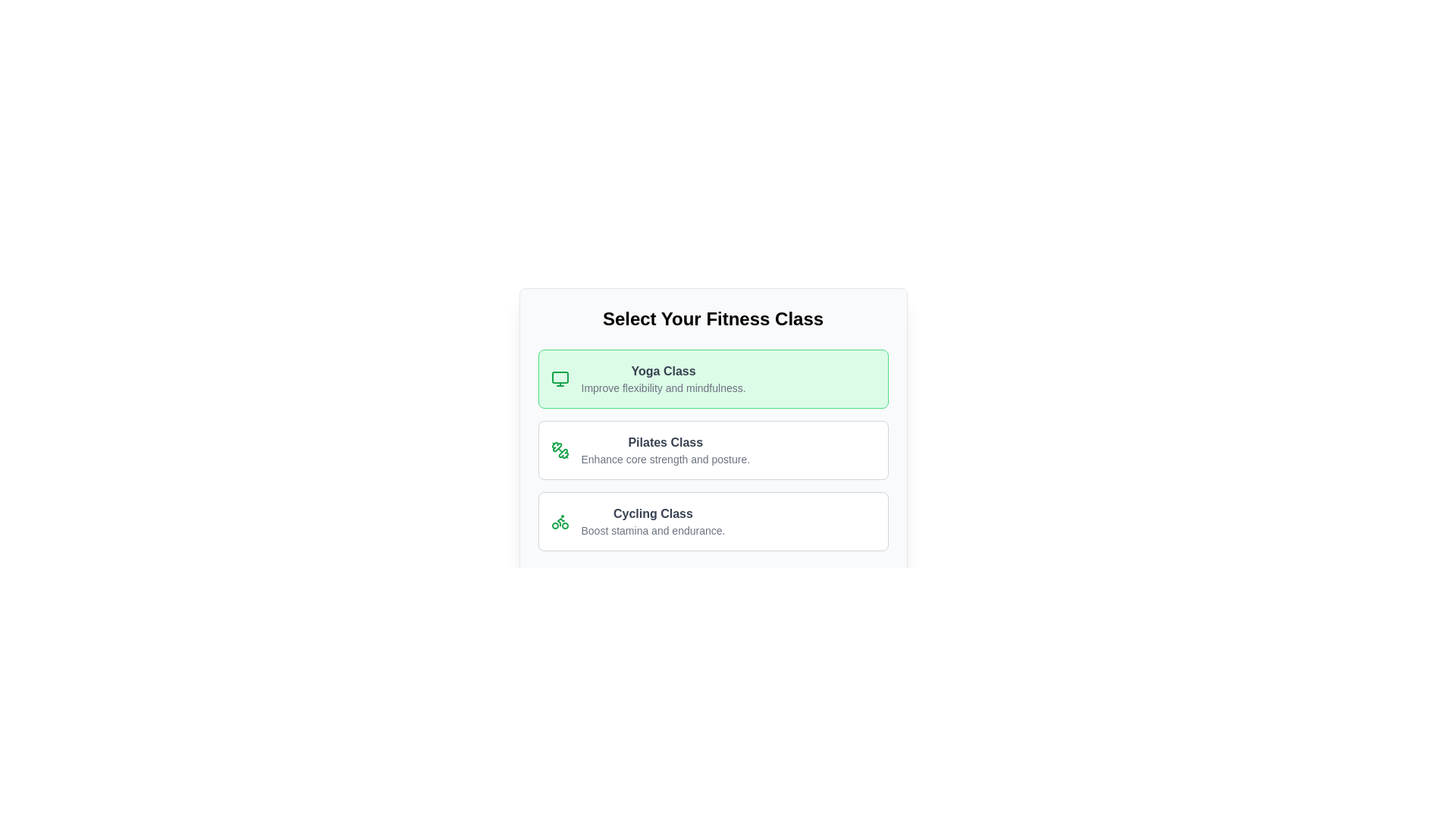 The image size is (1456, 819). What do you see at coordinates (664, 388) in the screenshot?
I see `the descriptive text label that provides details about the Yoga Class, located directly below the 'Yoga Class' heading within the green-highlighted clickable card` at bounding box center [664, 388].